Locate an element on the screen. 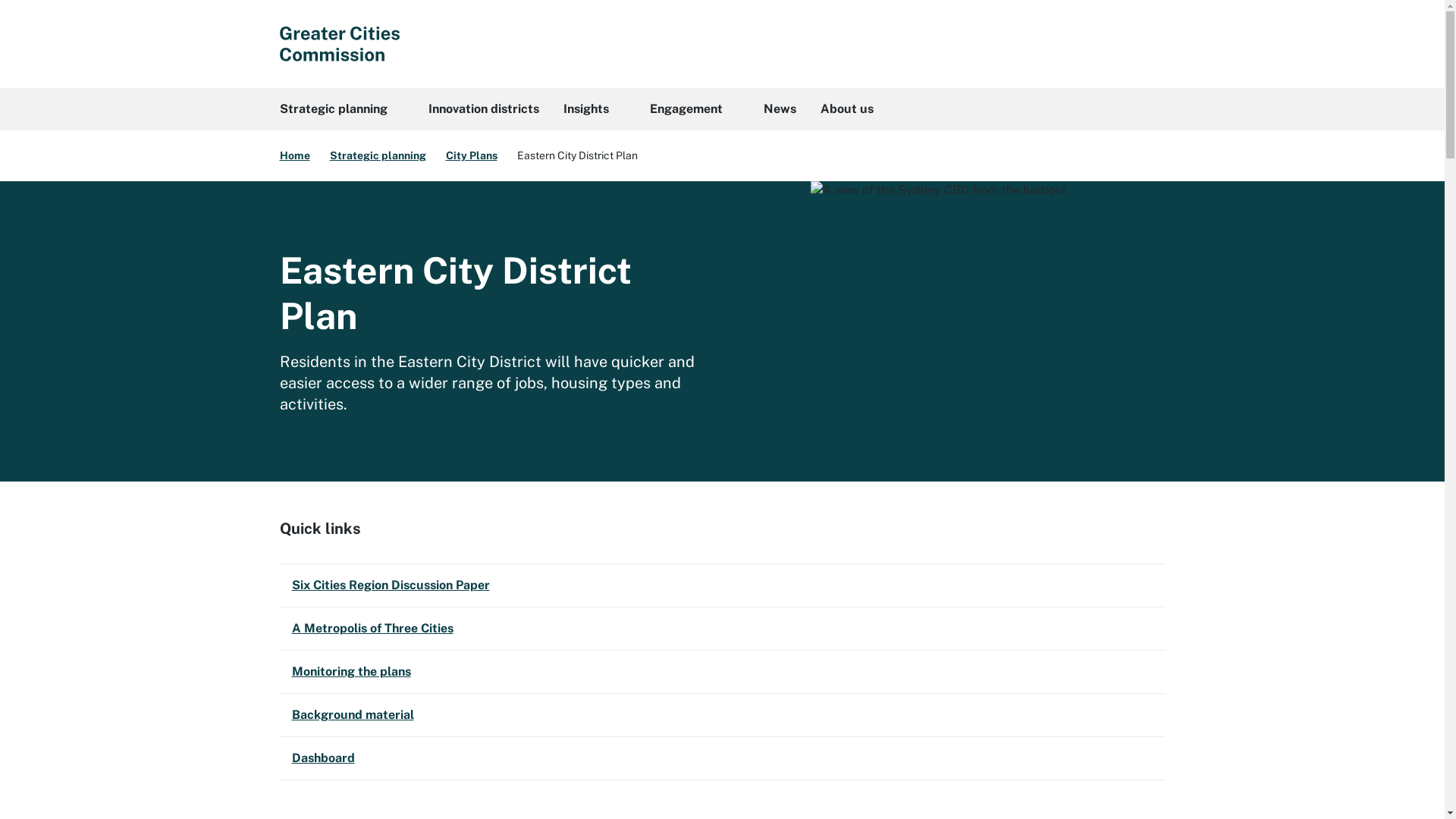 The image size is (1456, 819). 'City Plans' is located at coordinates (471, 155).